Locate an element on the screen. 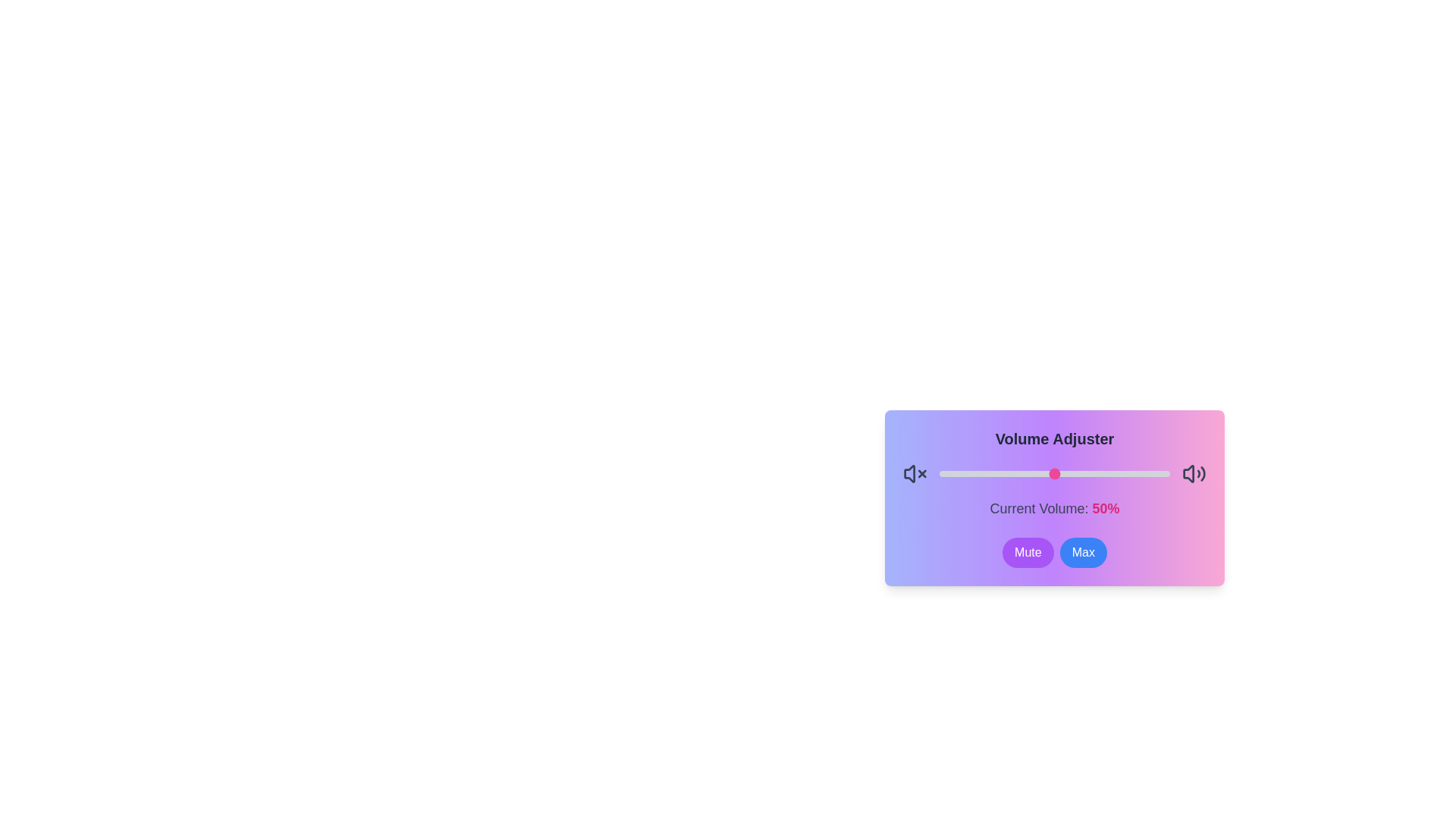 The image size is (1456, 819). the volume to 24 percent by dragging the slider is located at coordinates (994, 472).